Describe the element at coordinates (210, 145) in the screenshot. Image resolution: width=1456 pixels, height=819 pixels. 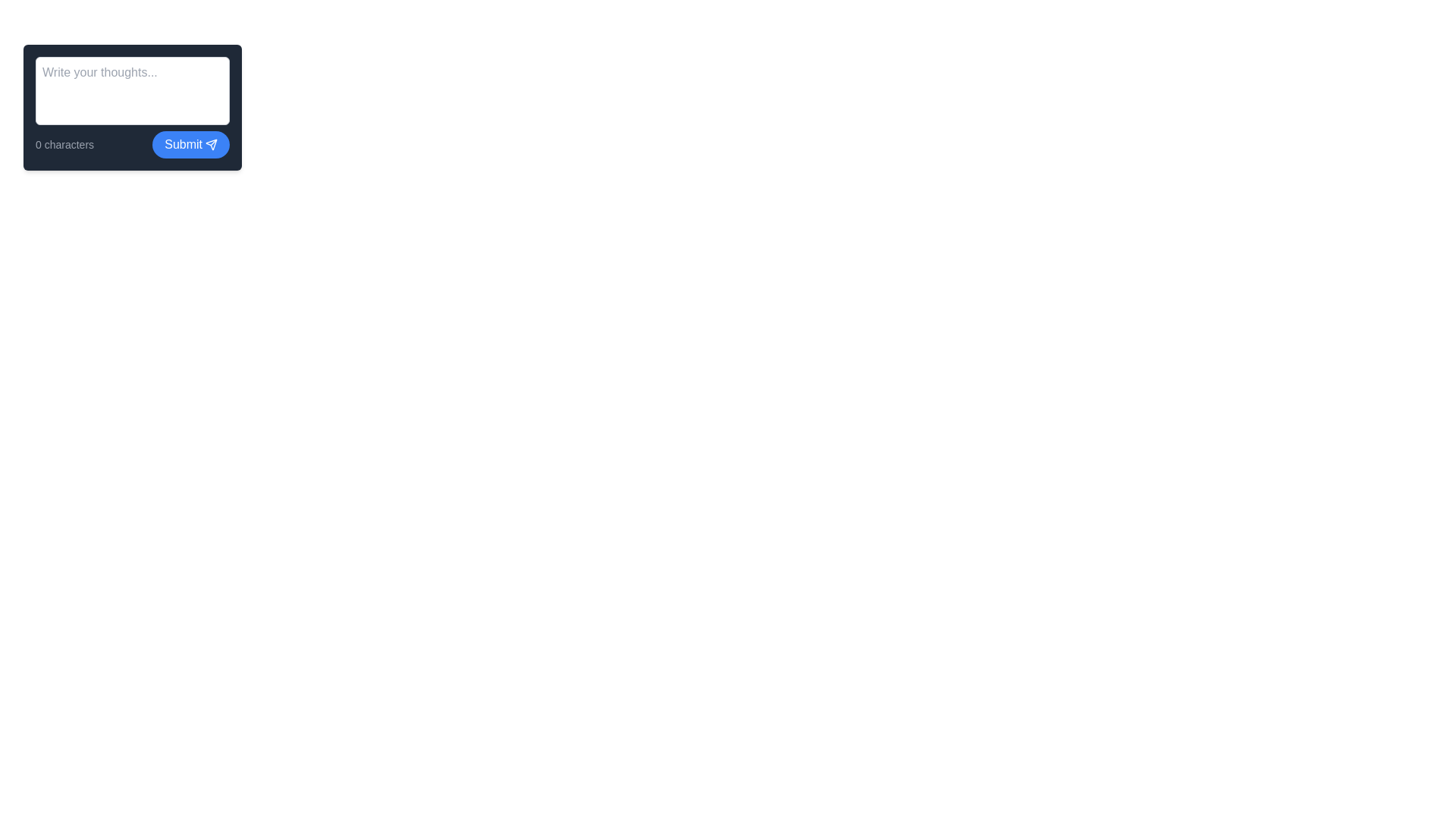
I see `the icon next to the 'Submit' button` at that location.